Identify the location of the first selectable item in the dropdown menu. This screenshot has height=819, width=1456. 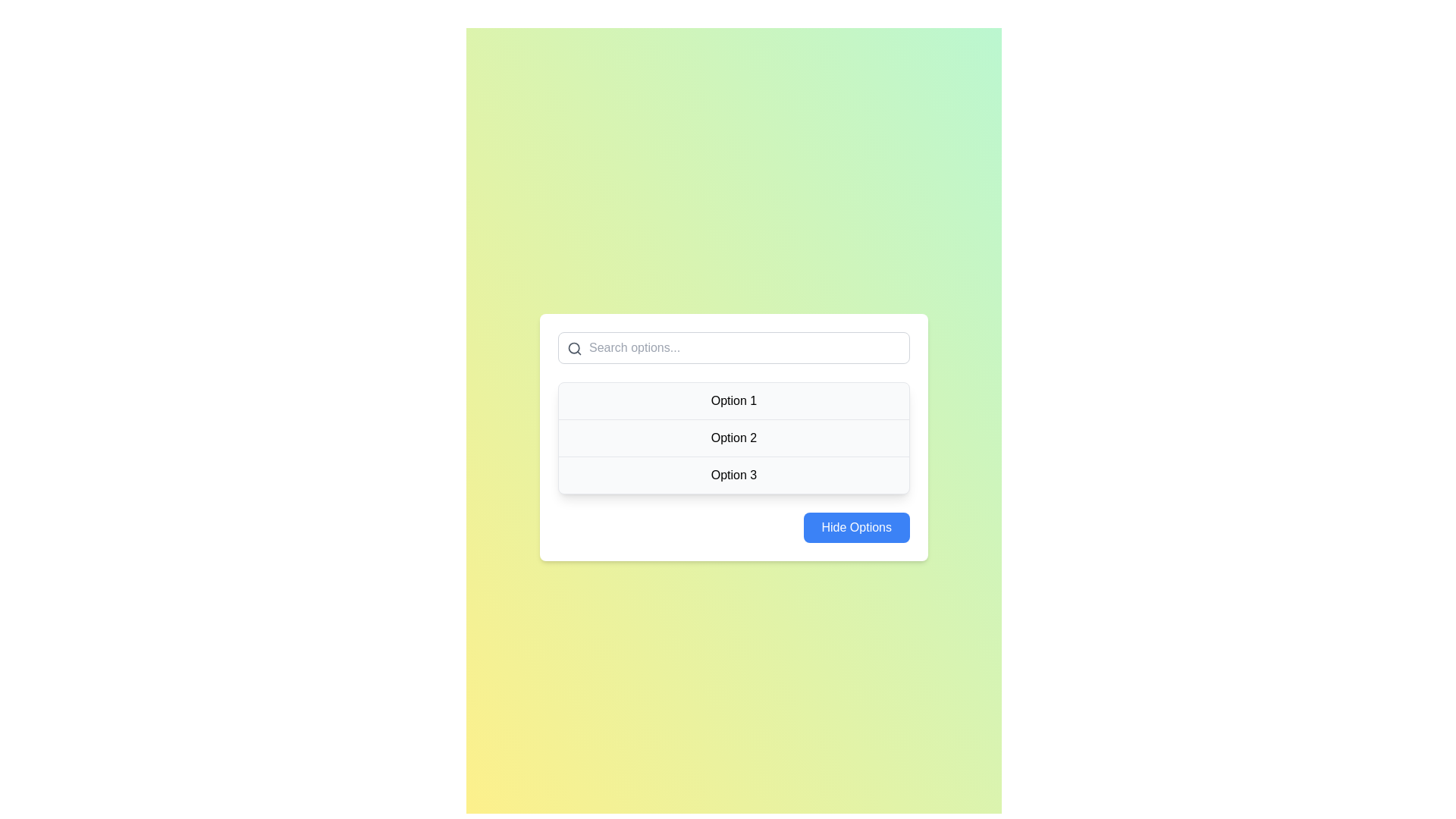
(734, 400).